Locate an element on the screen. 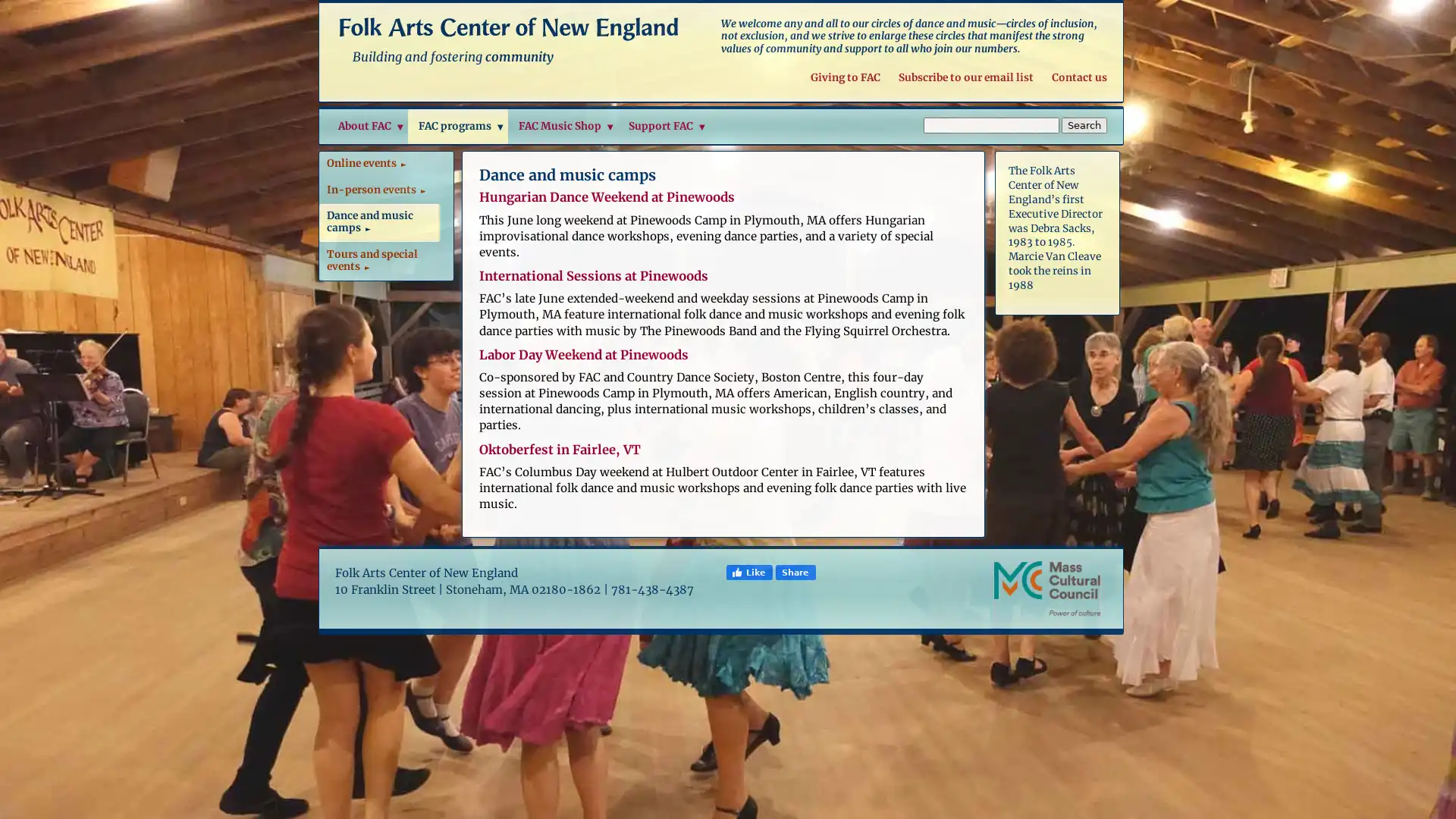 This screenshot has height=819, width=1456. Search is located at coordinates (1084, 124).